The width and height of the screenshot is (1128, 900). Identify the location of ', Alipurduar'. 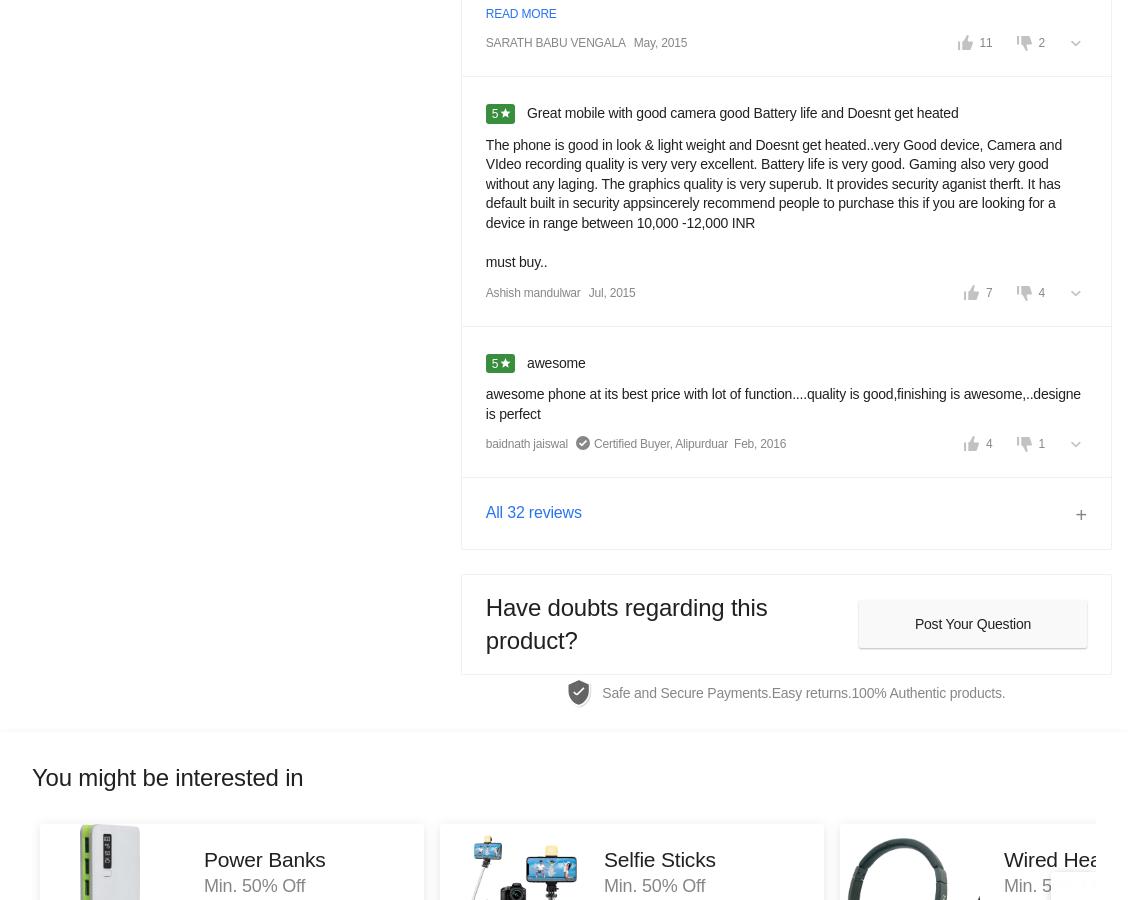
(669, 443).